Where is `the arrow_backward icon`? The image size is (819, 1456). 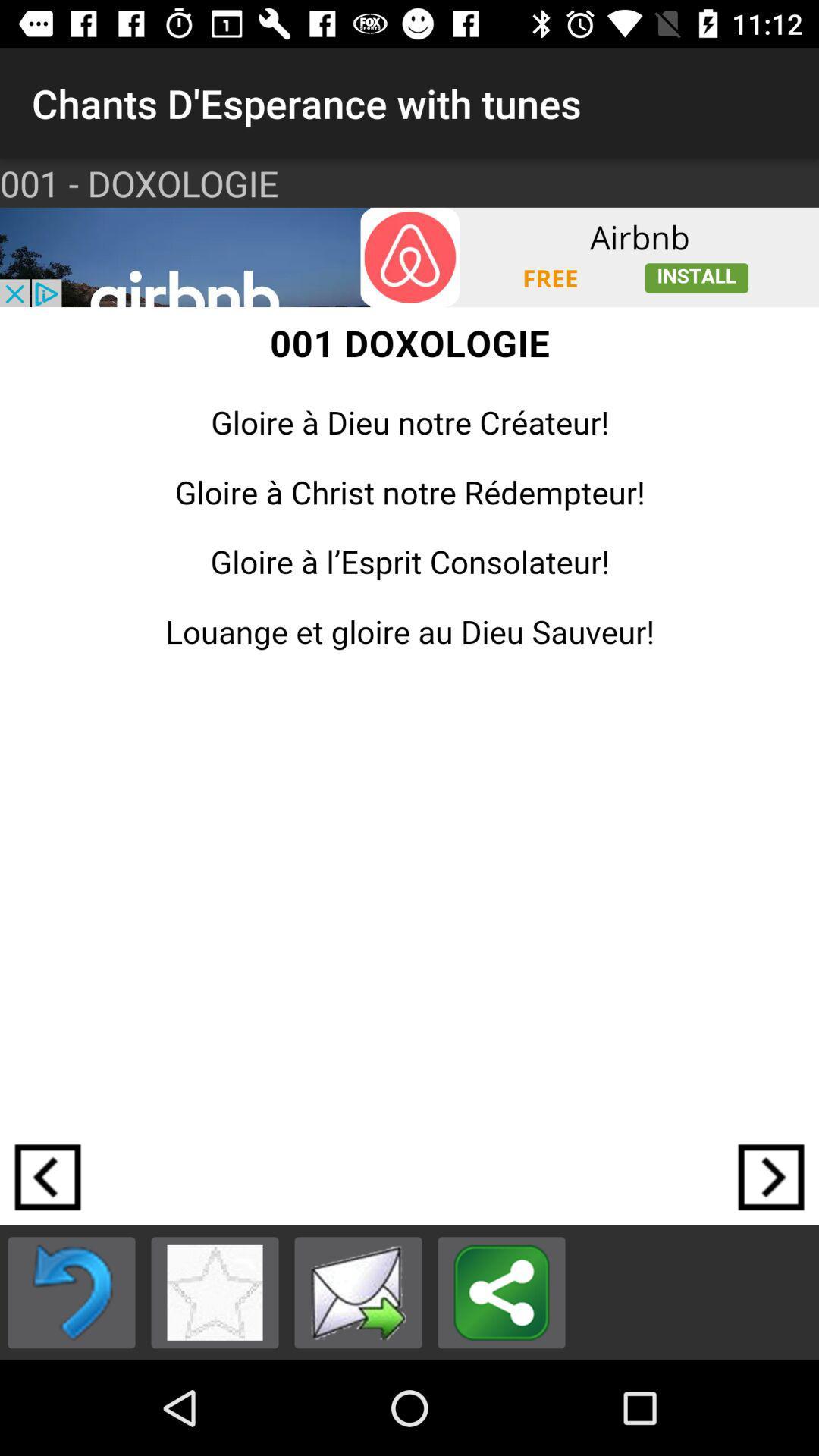
the arrow_backward icon is located at coordinates (46, 1176).